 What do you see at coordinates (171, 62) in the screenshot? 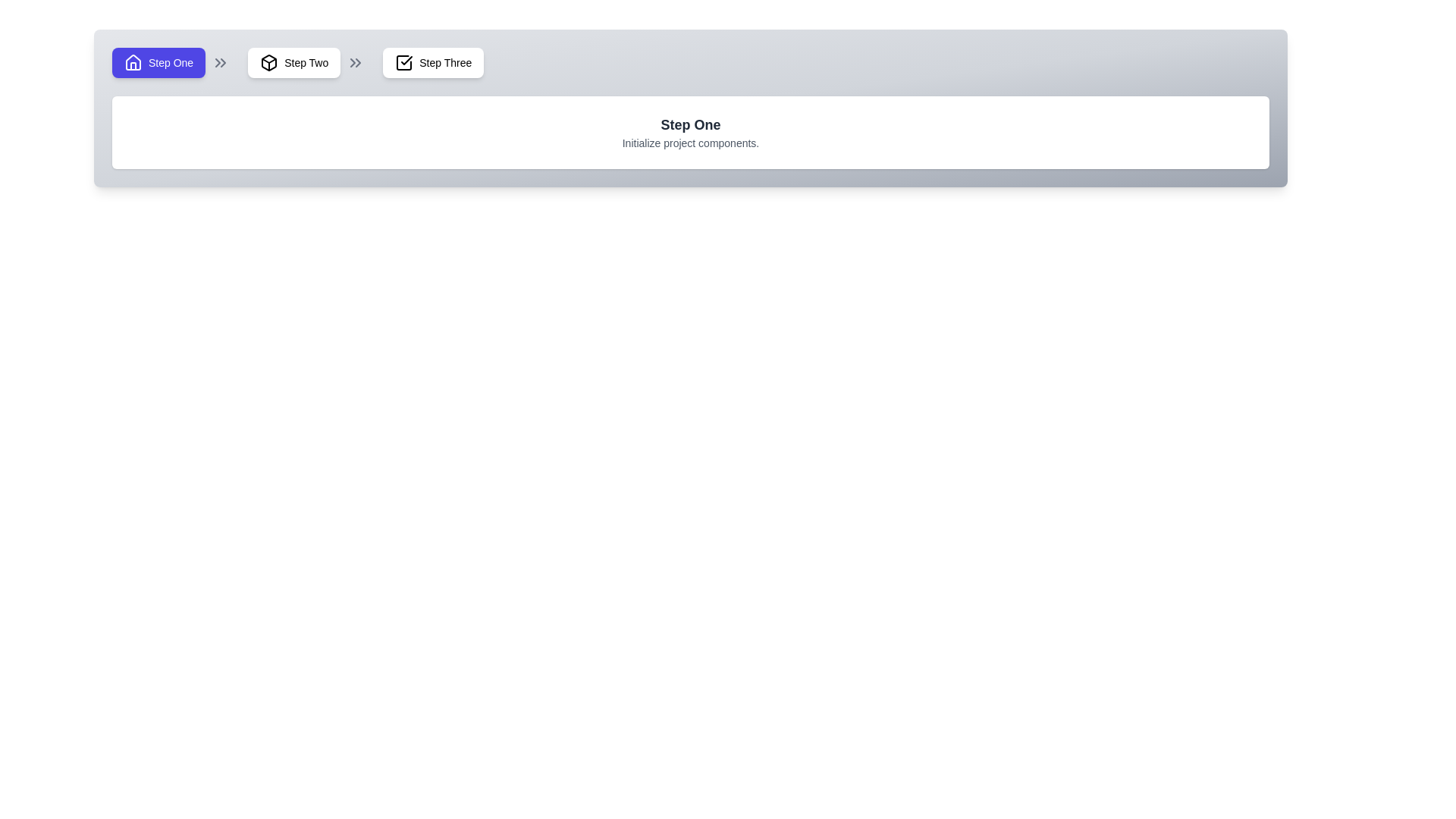
I see `the static text label displaying 'Step One' located within the first button of the horizontal navigation bar, positioned to the right of the house icon` at bounding box center [171, 62].